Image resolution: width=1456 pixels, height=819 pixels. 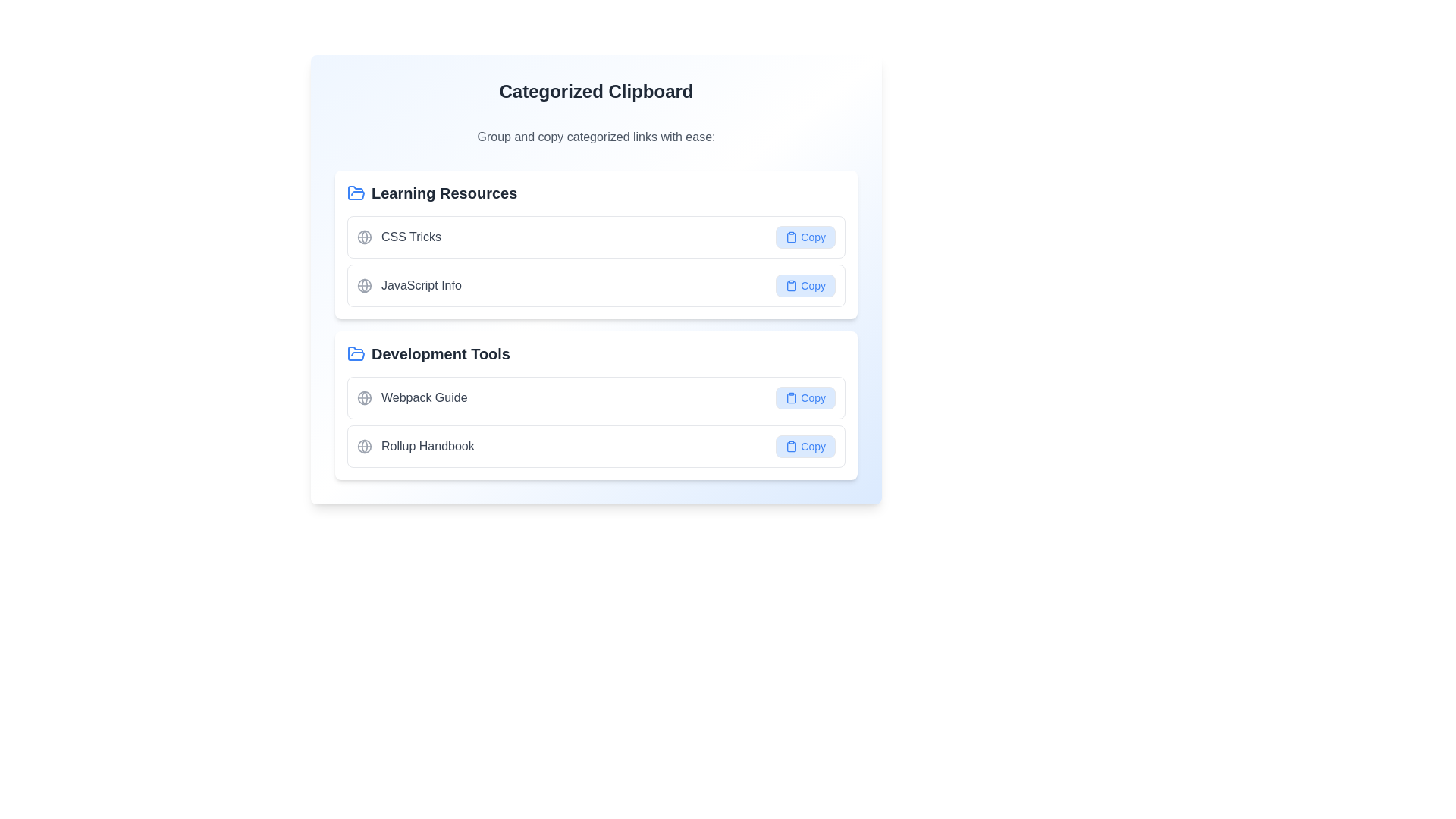 I want to click on the Text label that provides a brief descriptive instruction or context for the categorized links, located below the title 'Categorized Clipboard', so click(x=595, y=137).